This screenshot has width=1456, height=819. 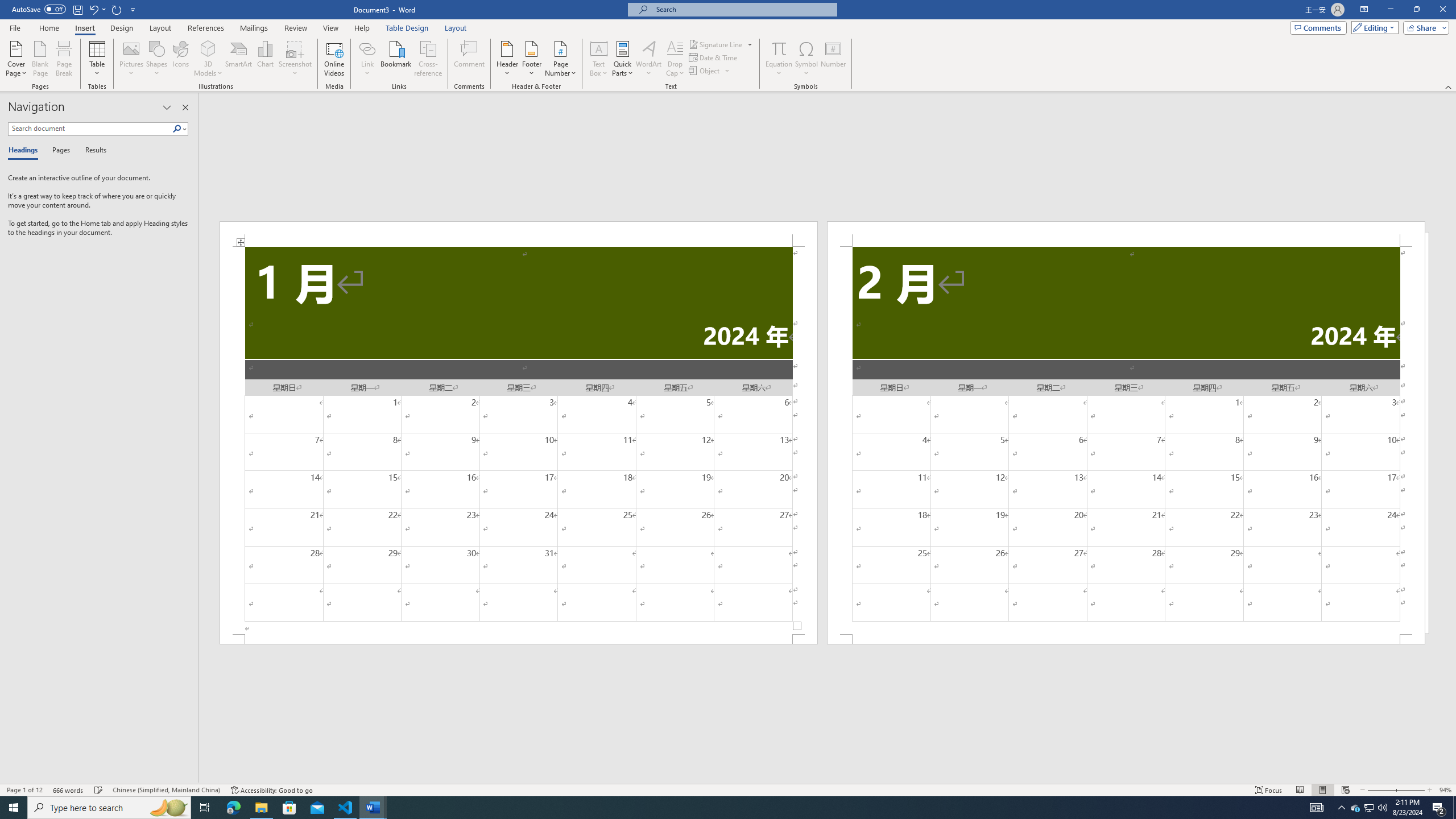 I want to click on 'Screenshot', so click(x=295, y=59).